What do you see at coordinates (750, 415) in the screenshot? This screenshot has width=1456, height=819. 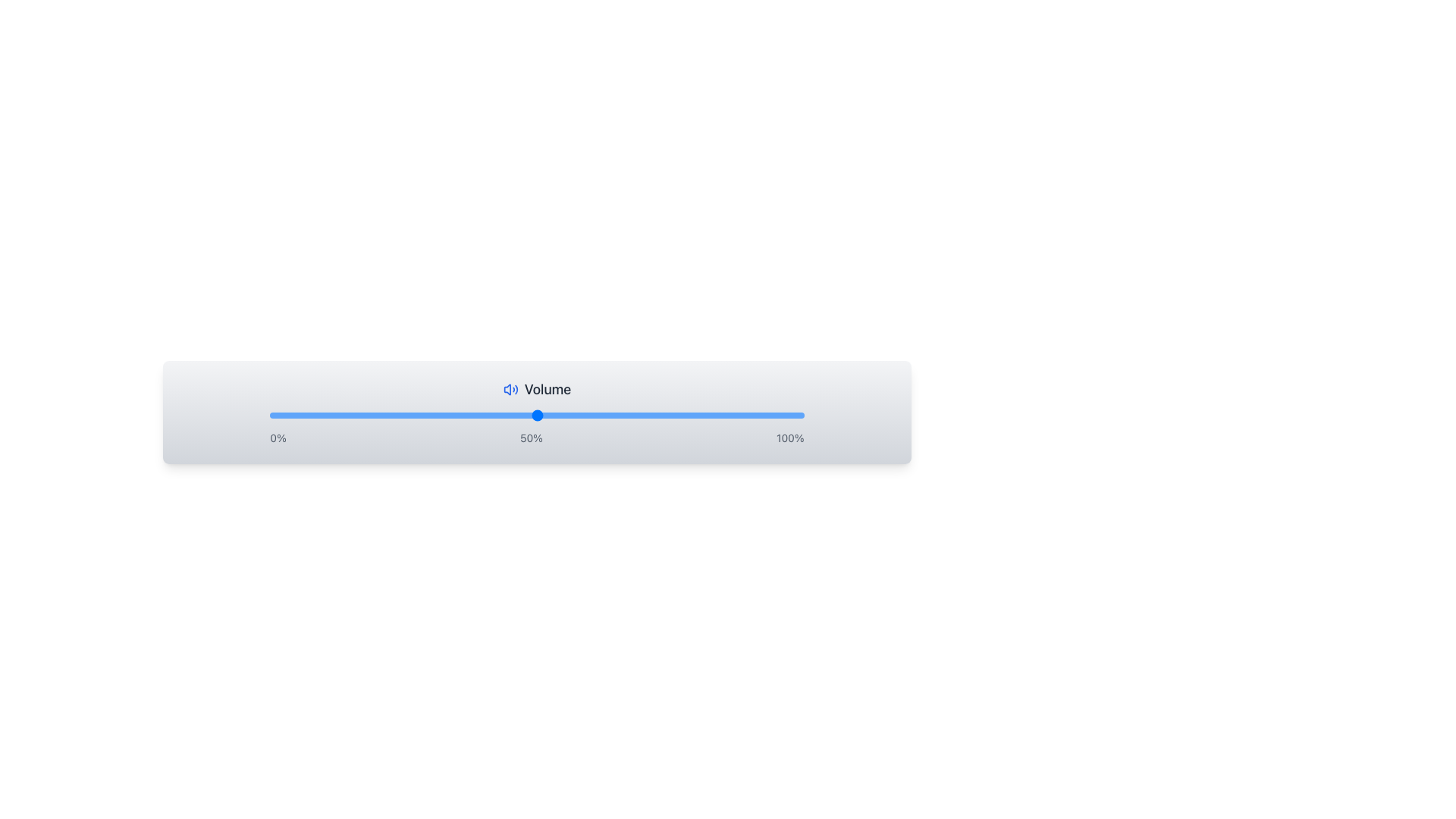 I see `the volume` at bounding box center [750, 415].